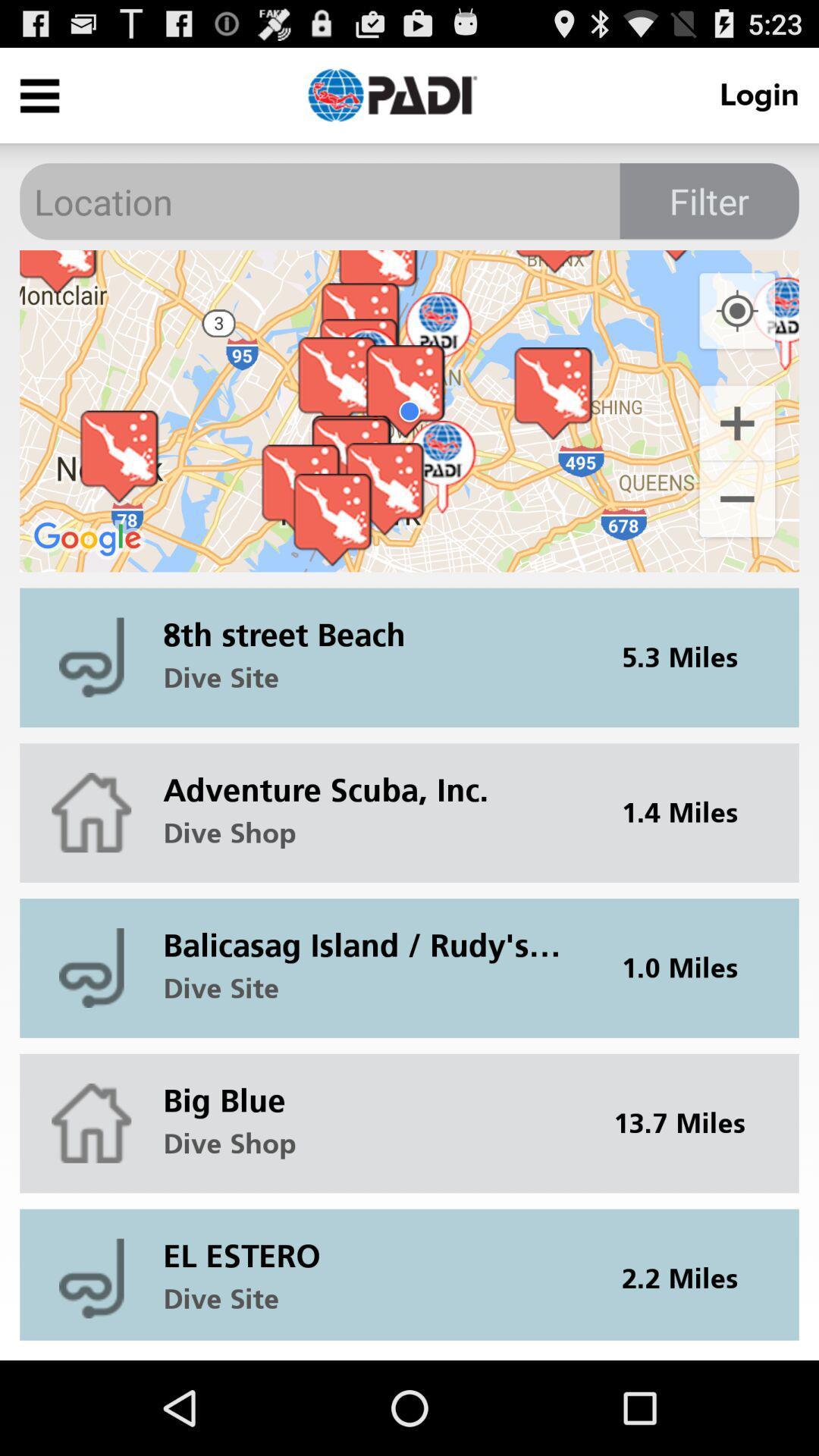 This screenshot has height=1456, width=819. Describe the element at coordinates (409, 200) in the screenshot. I see `search location` at that location.